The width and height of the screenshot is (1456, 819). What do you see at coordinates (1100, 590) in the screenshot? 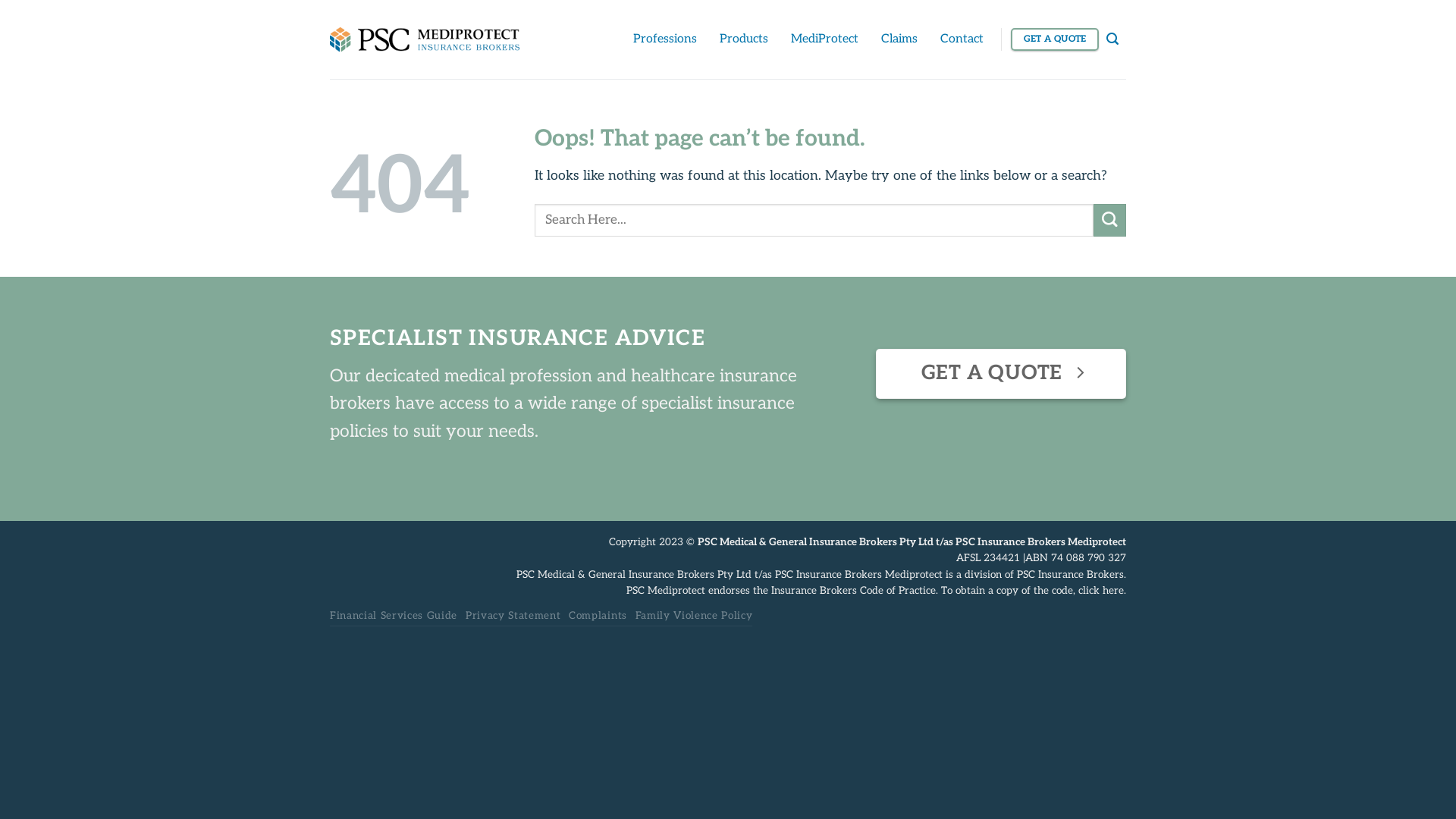
I see `'click here'` at bounding box center [1100, 590].